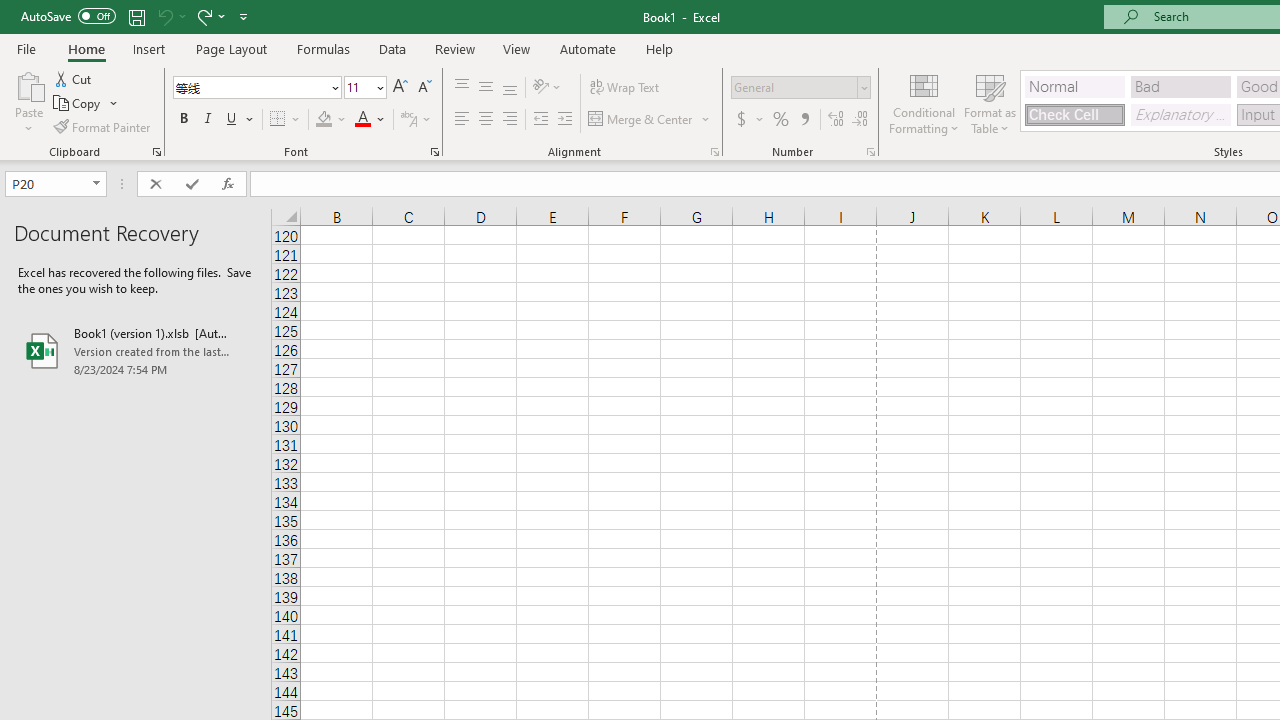  Describe the element at coordinates (285, 119) in the screenshot. I see `'Borders'` at that location.